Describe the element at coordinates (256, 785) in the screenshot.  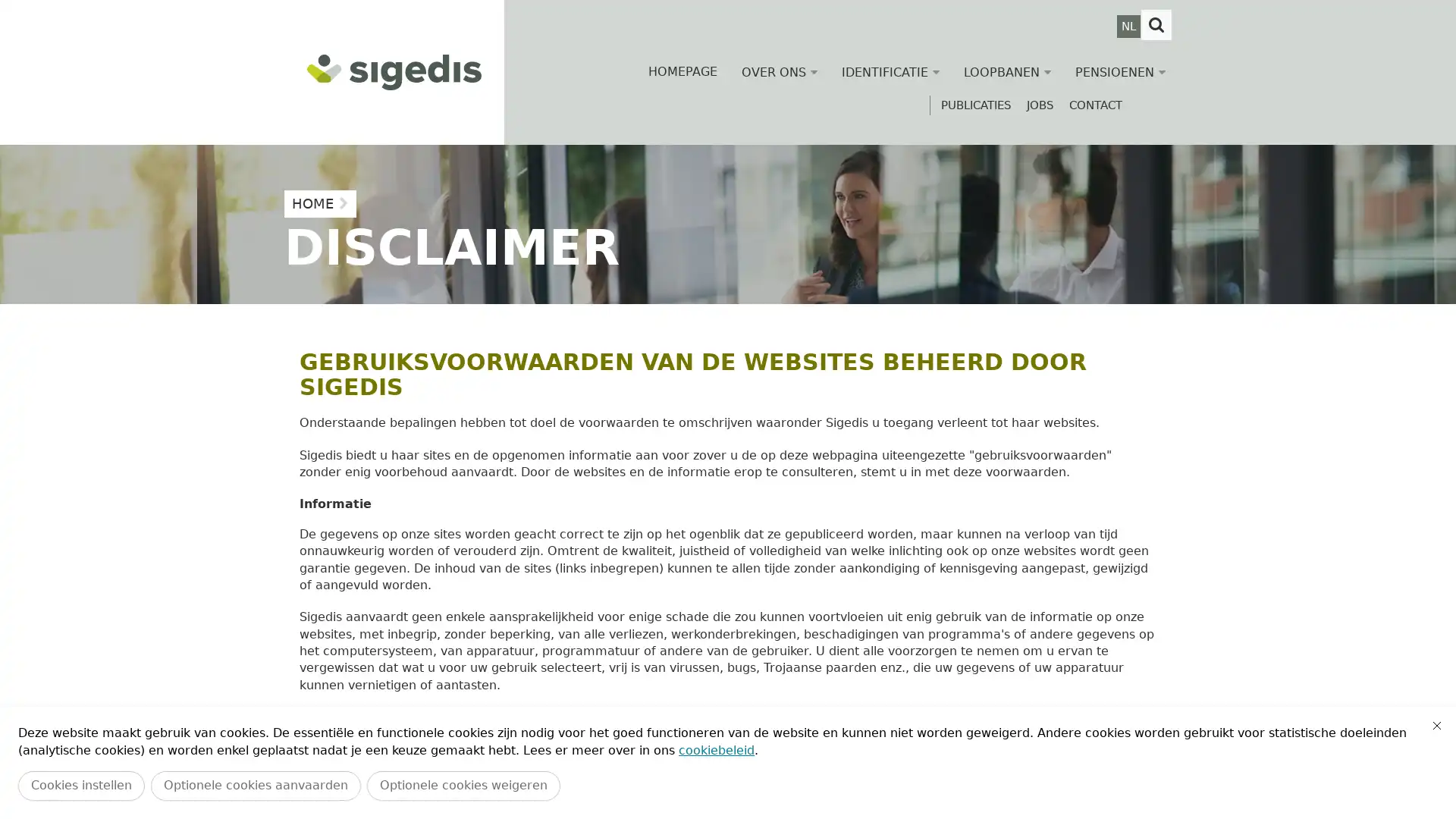
I see `Optionele cookies aanvaarden` at that location.